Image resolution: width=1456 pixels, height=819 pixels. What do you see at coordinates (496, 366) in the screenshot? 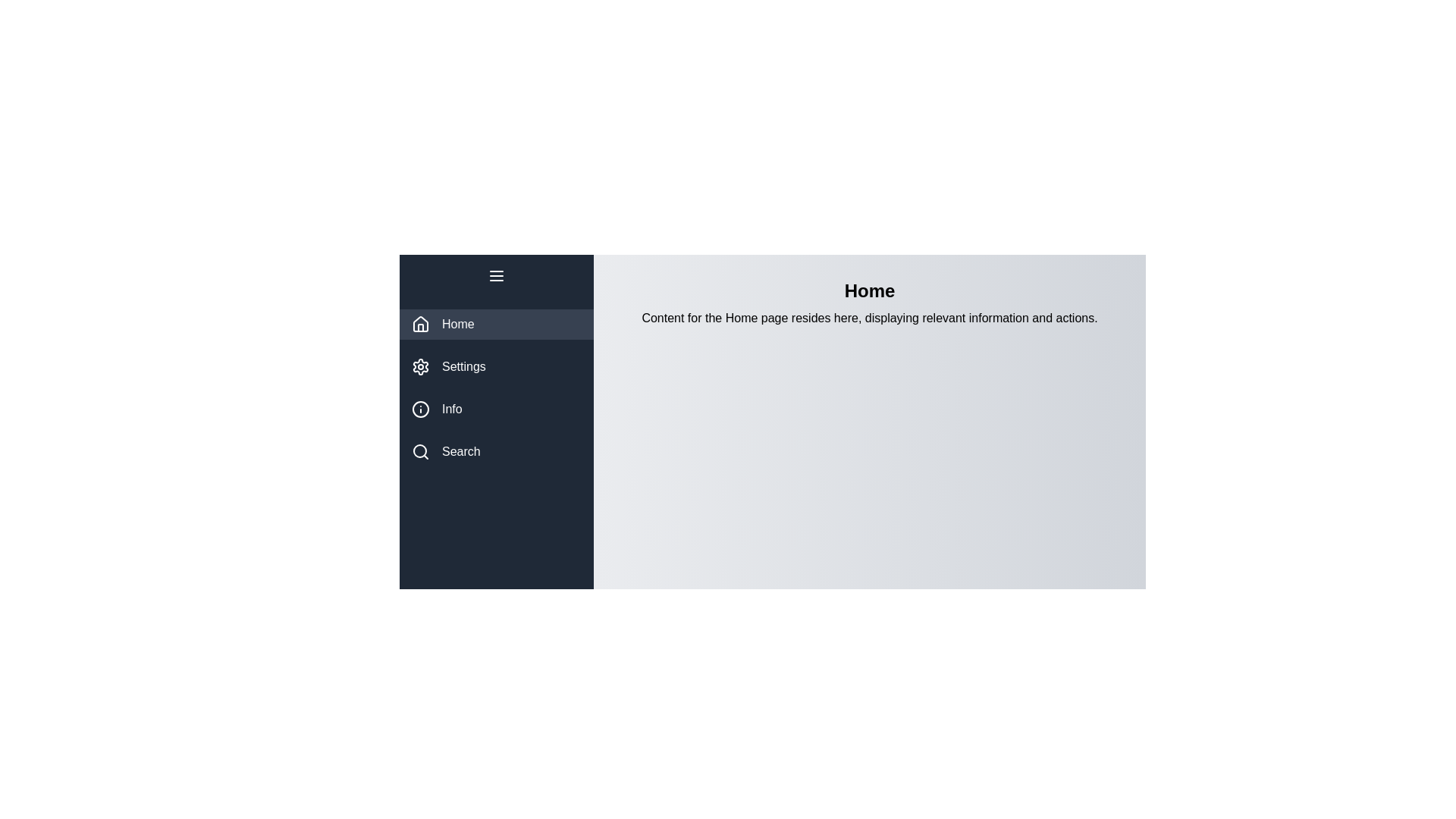
I see `the tab Settings from the menu` at bounding box center [496, 366].